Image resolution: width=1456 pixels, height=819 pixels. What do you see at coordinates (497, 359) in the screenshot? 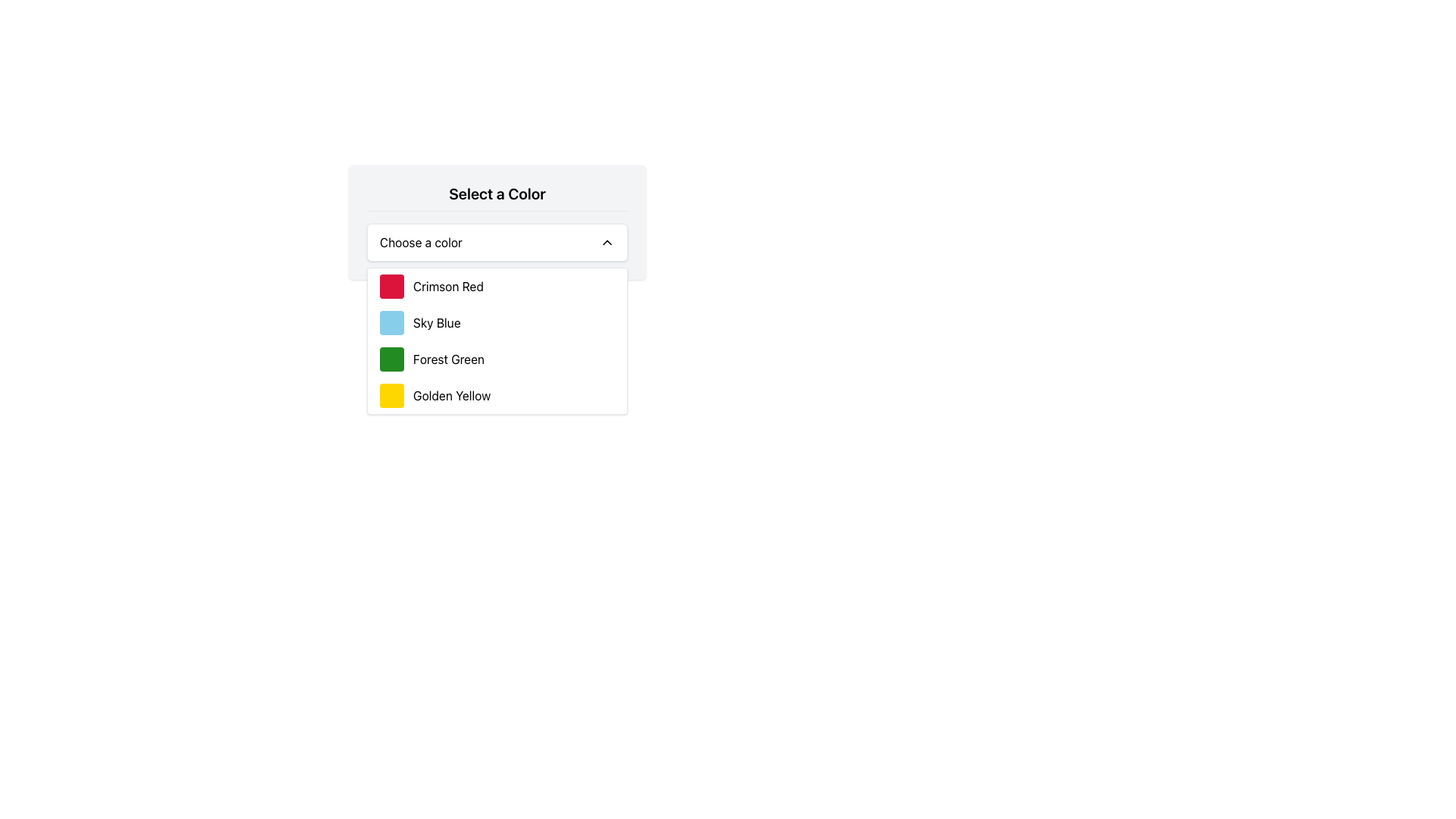
I see `the third item in the dropdown menu labeled 'Forest Green'` at bounding box center [497, 359].